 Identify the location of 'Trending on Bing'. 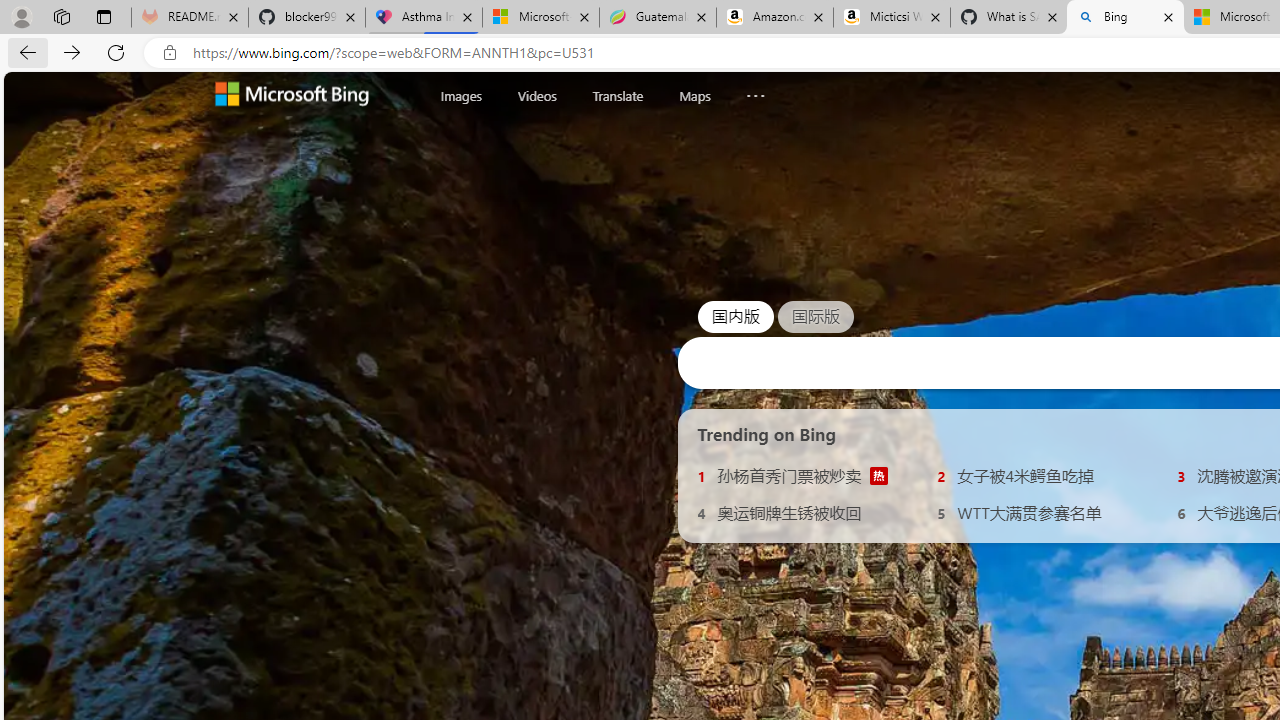
(766, 433).